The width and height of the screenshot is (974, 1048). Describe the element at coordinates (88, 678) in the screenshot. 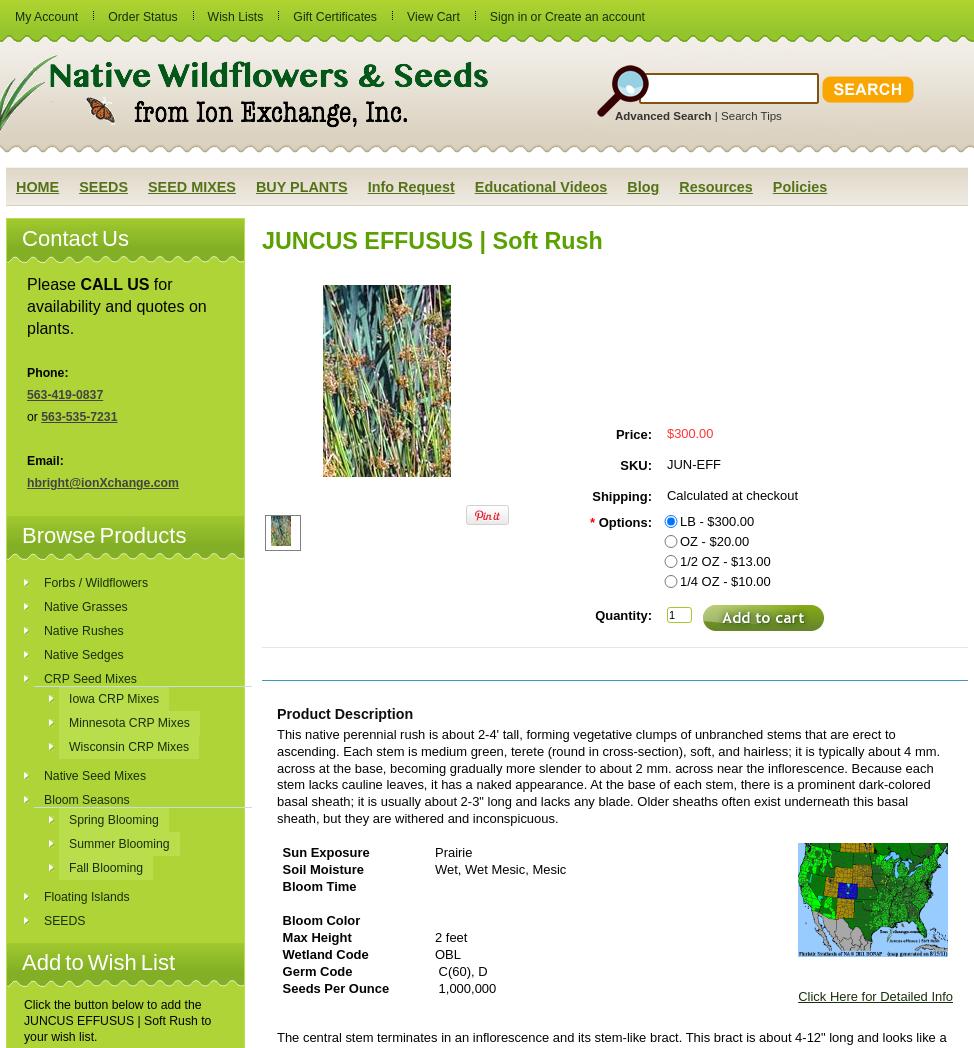

I see `'CRP Seed Mixes'` at that location.